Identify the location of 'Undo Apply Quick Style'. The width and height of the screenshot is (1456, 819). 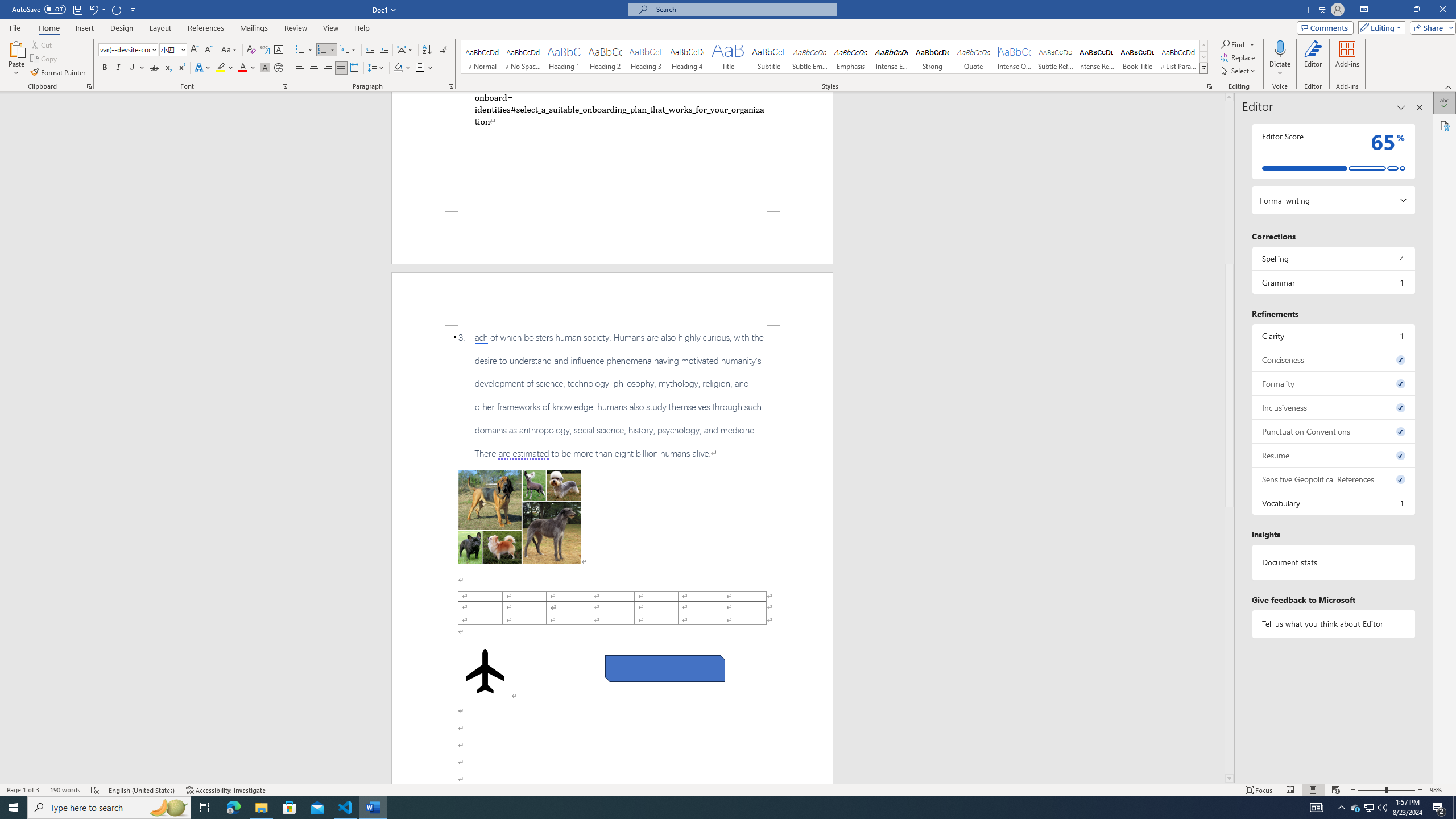
(97, 9).